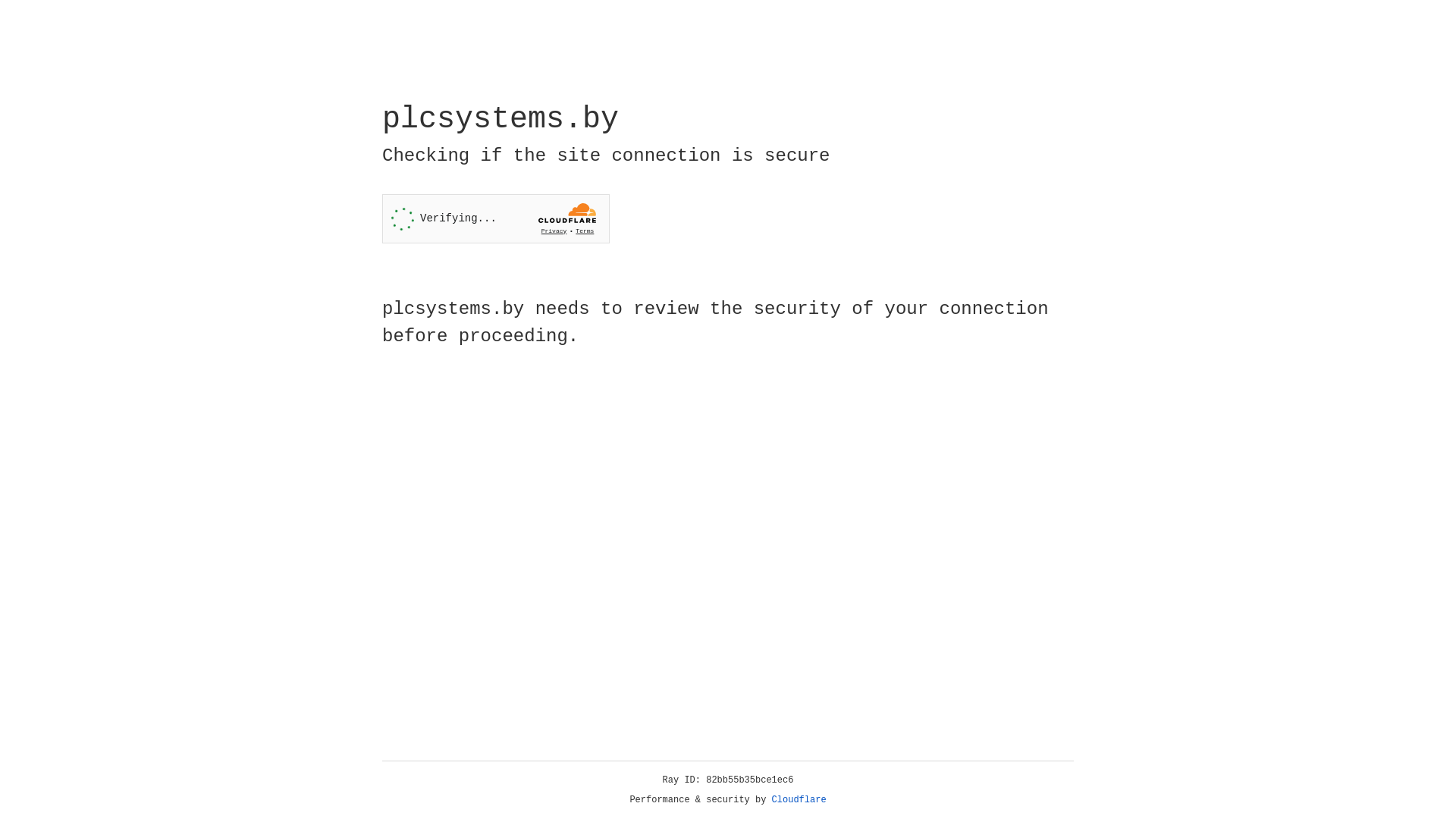 The width and height of the screenshot is (1456, 819). Describe the element at coordinates (799, 799) in the screenshot. I see `'Cloudflare'` at that location.